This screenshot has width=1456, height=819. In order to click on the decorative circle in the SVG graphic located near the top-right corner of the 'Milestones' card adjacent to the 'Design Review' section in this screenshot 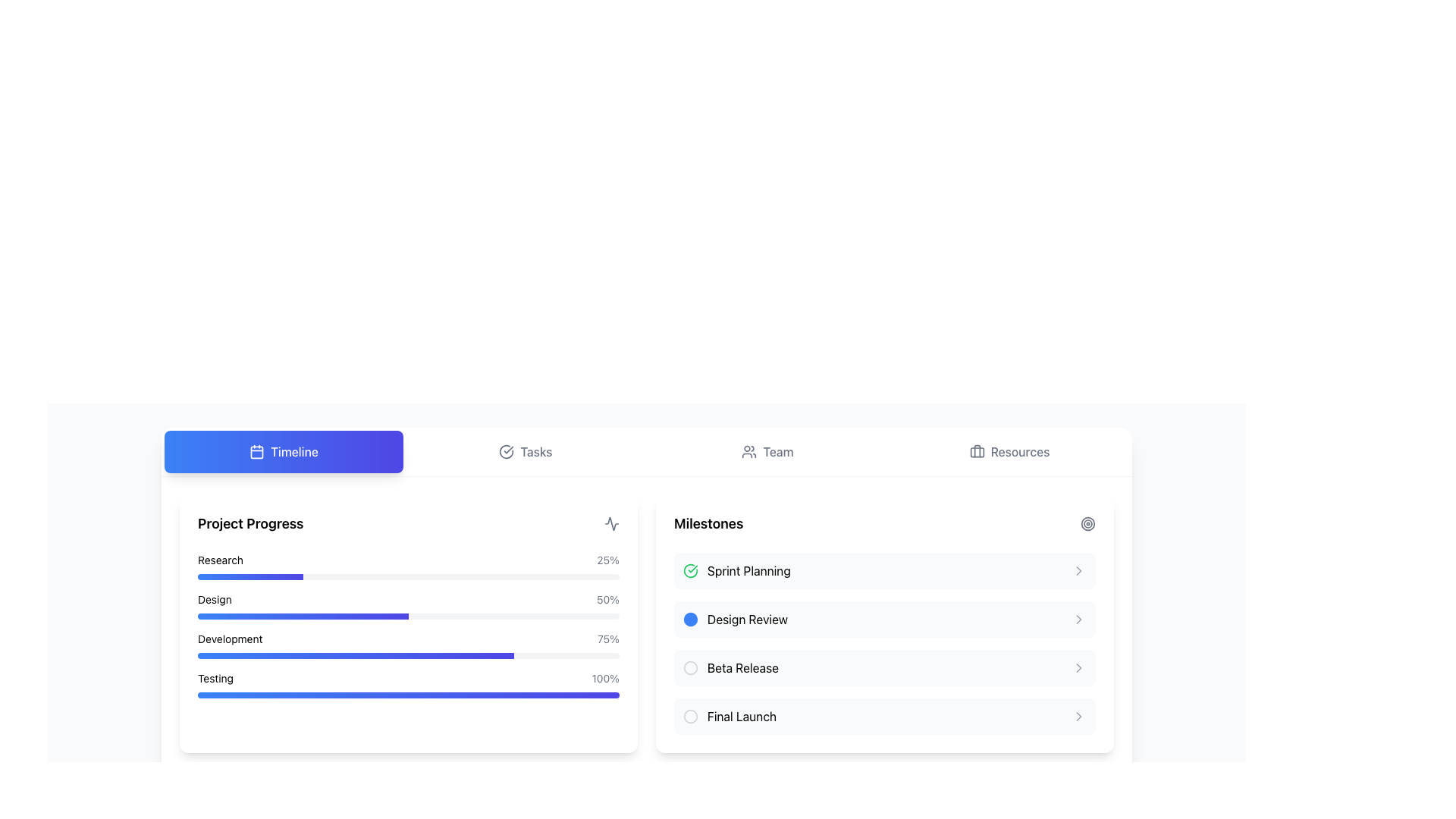, I will do `click(1087, 522)`.